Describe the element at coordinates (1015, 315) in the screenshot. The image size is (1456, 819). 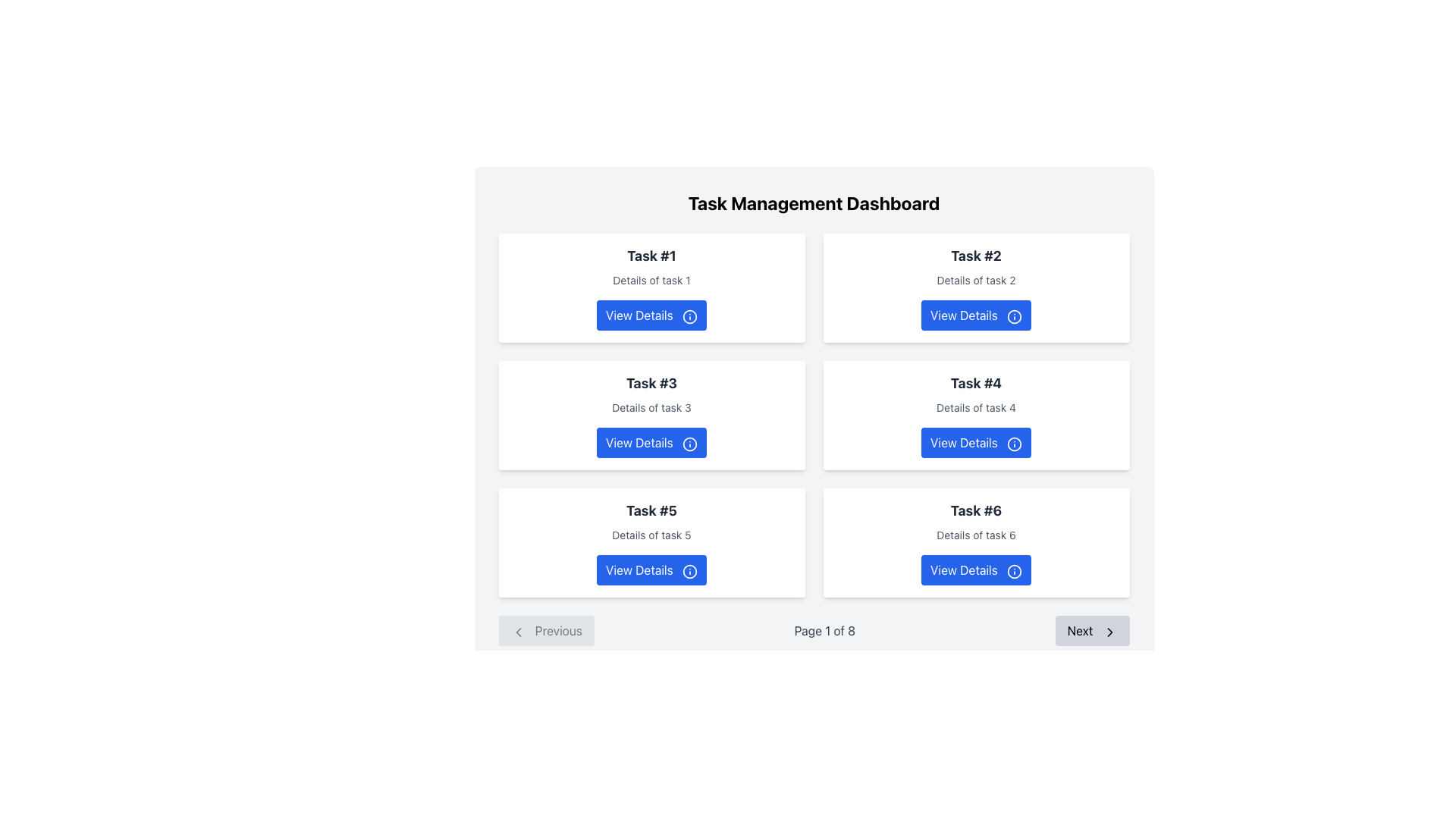
I see `the informational SVG icon located to the right of the 'View Details' button in the 'Task #2' card, which is the top-right card in the grid layout` at that location.